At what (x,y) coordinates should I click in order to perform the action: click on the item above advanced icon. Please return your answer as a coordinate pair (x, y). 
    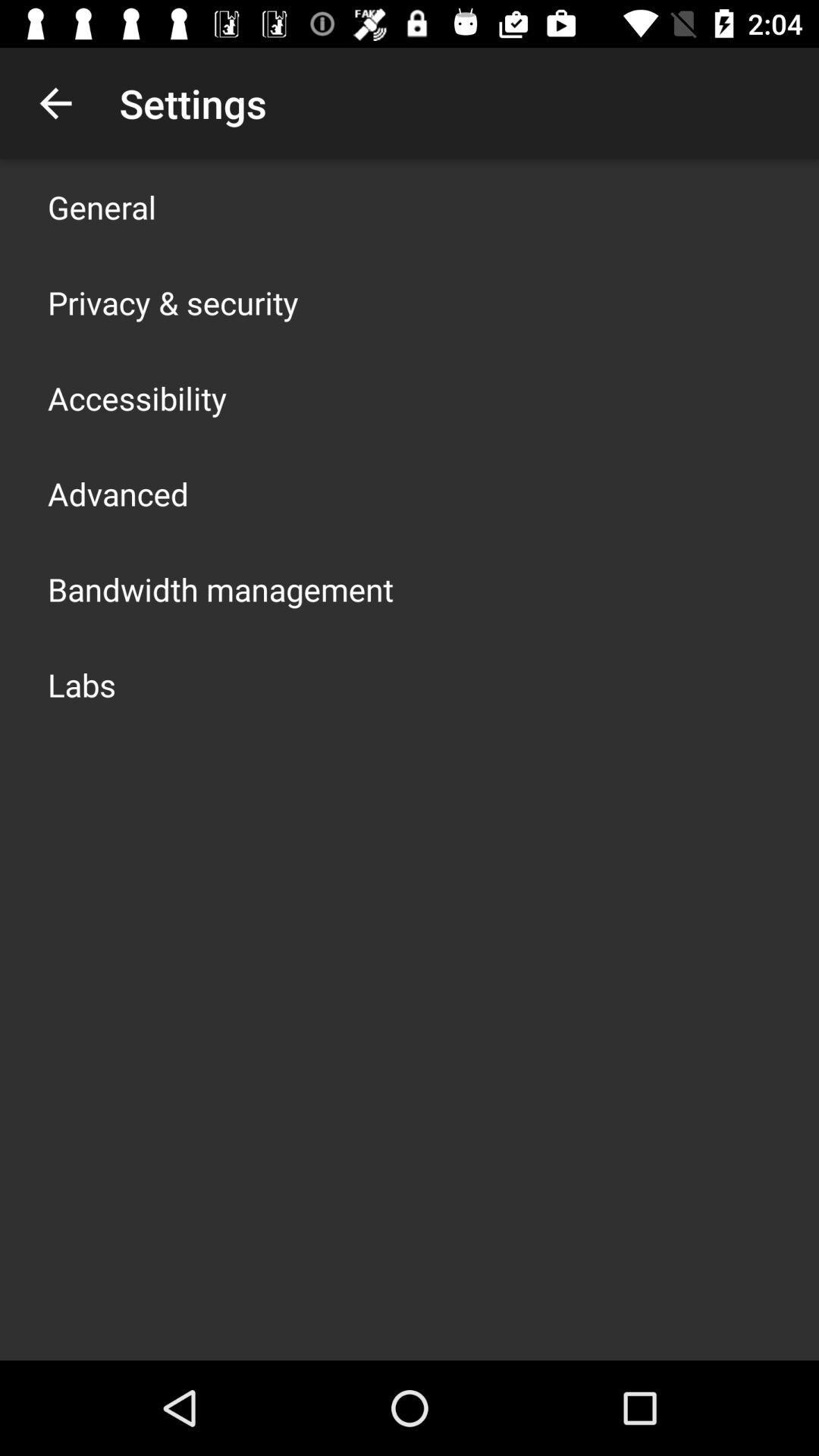
    Looking at the image, I should click on (137, 397).